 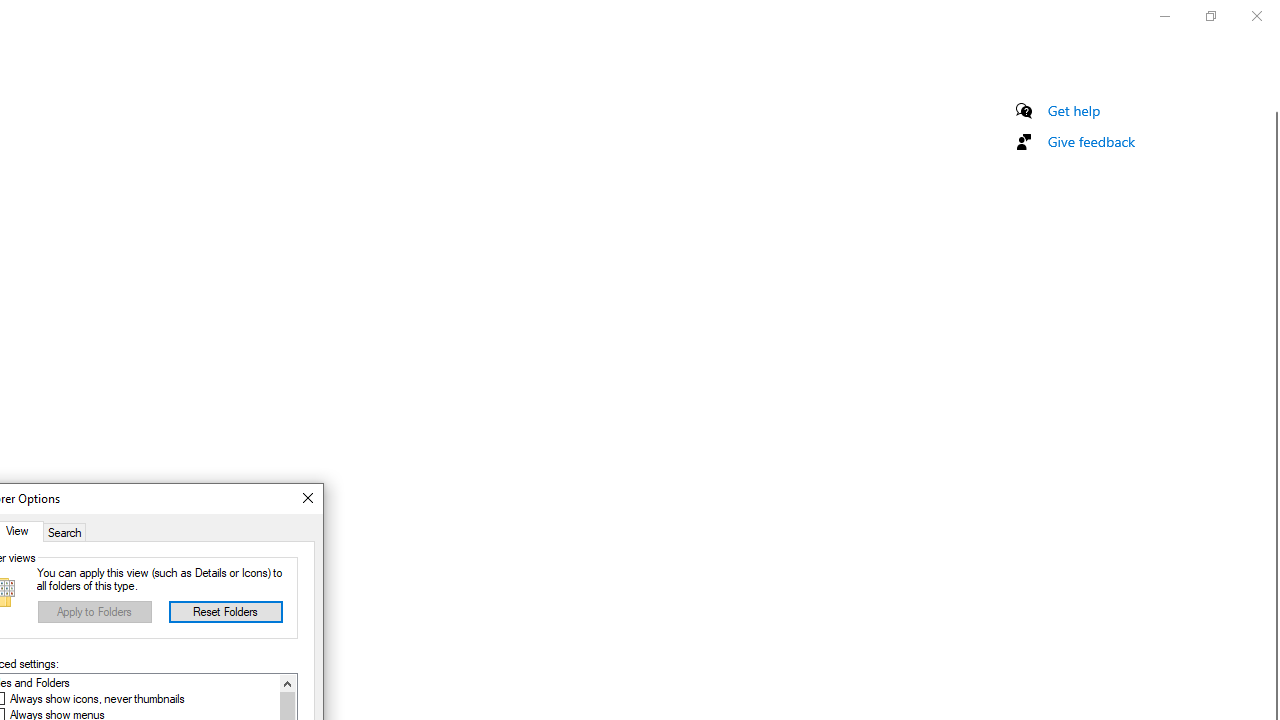 I want to click on 'Always show icons, never thumbnails', so click(x=96, y=698).